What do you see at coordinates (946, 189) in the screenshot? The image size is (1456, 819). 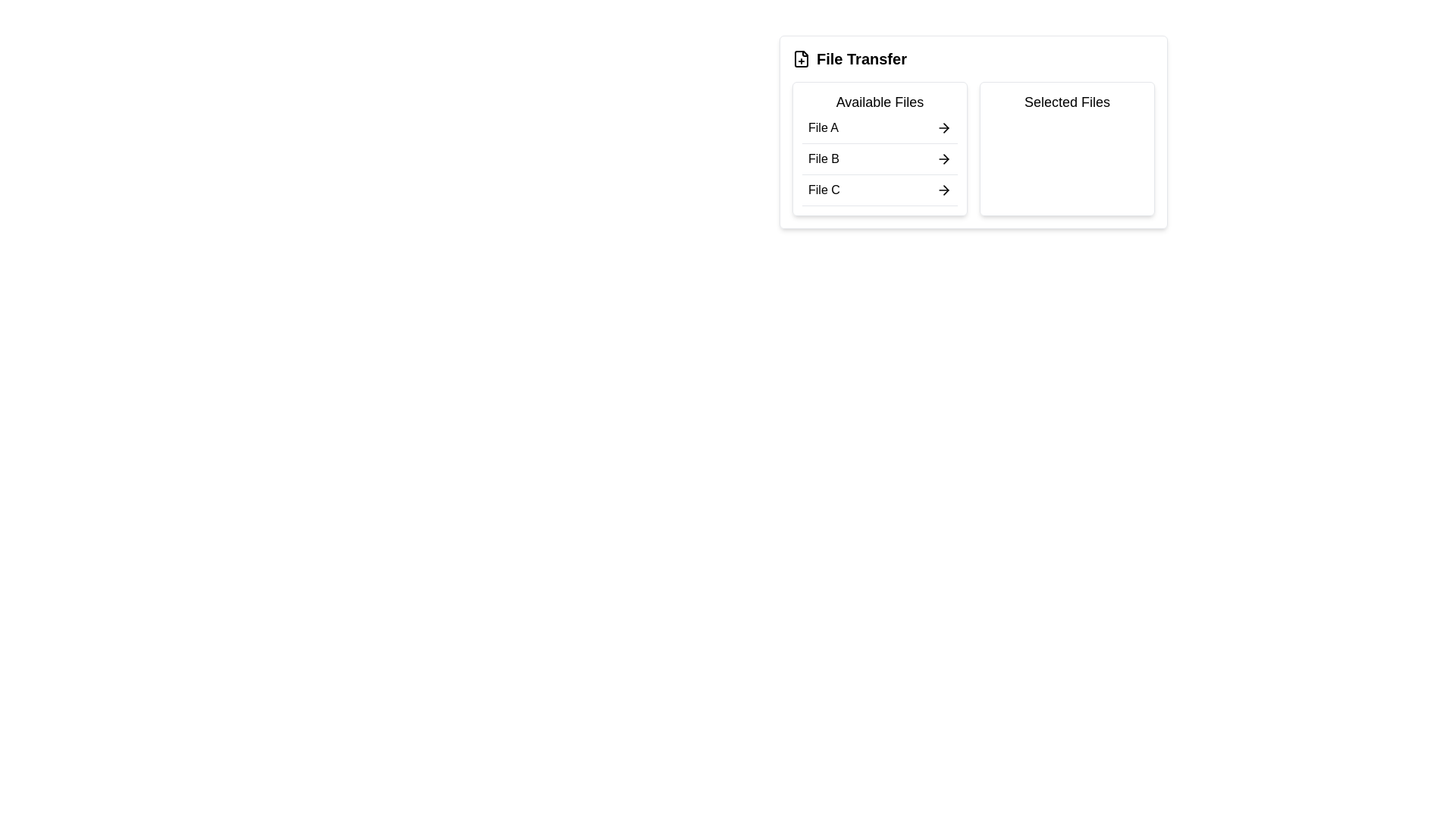 I see `the right-pointing arrow icon within the button for file transfer, which is the third icon aligned with the 'File C' label in the 'Available Files' column` at bounding box center [946, 189].